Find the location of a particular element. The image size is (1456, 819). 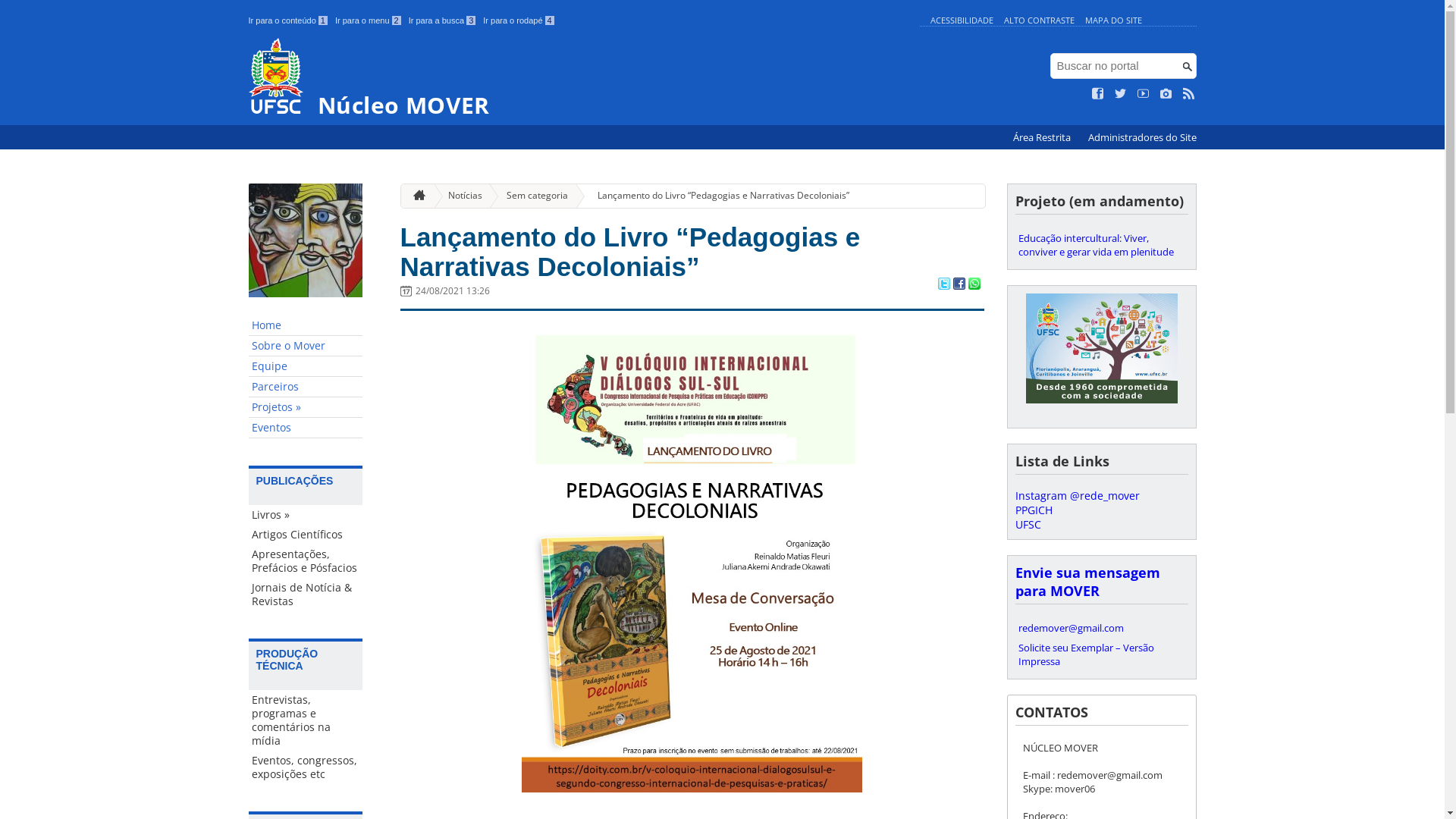

'Sem categoria' is located at coordinates (531, 195).